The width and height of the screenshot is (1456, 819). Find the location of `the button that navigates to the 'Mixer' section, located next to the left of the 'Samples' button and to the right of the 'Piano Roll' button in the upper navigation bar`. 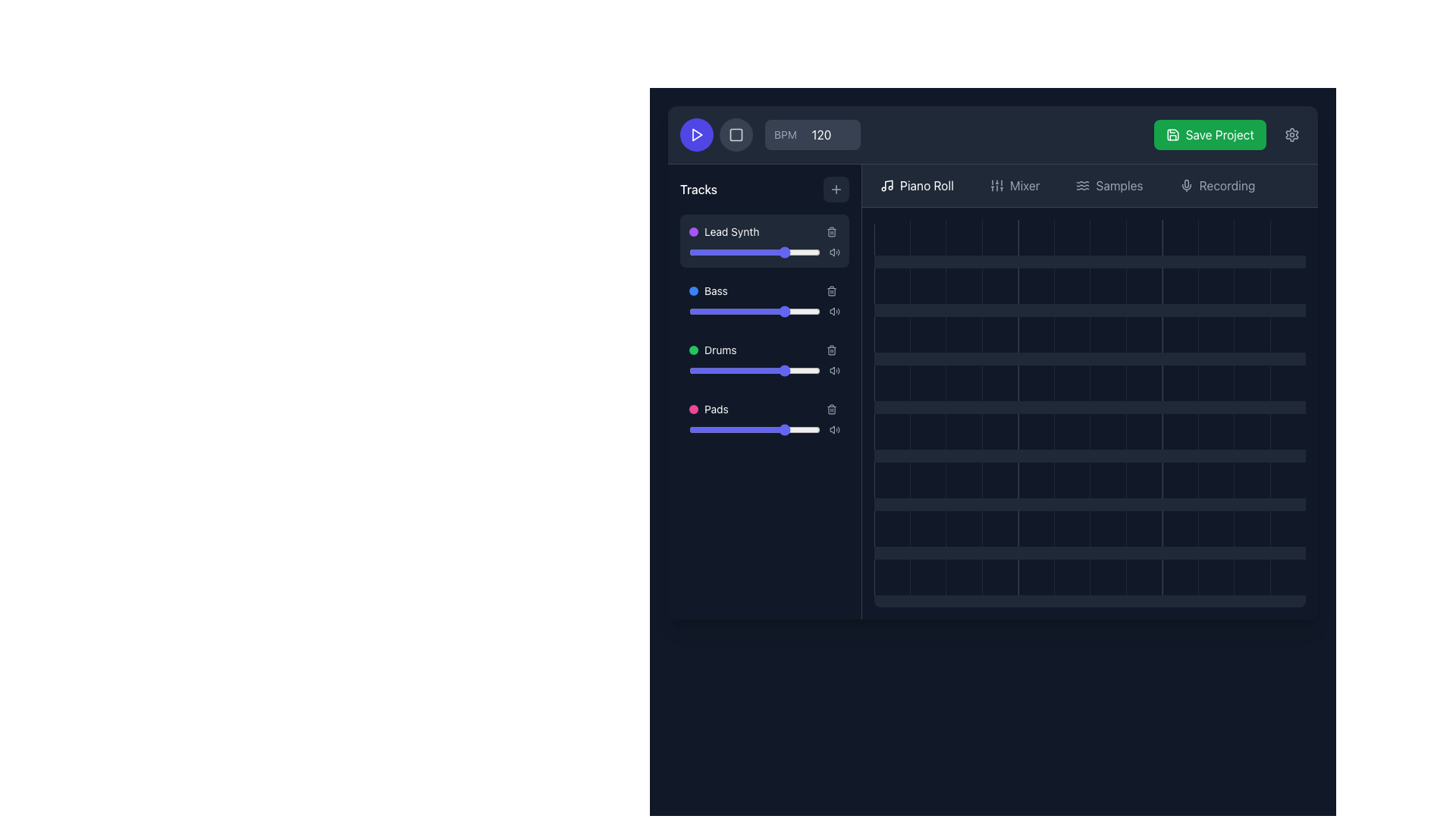

the button that navigates to the 'Mixer' section, located next to the left of the 'Samples' button and to the right of the 'Piano Roll' button in the upper navigation bar is located at coordinates (1015, 185).